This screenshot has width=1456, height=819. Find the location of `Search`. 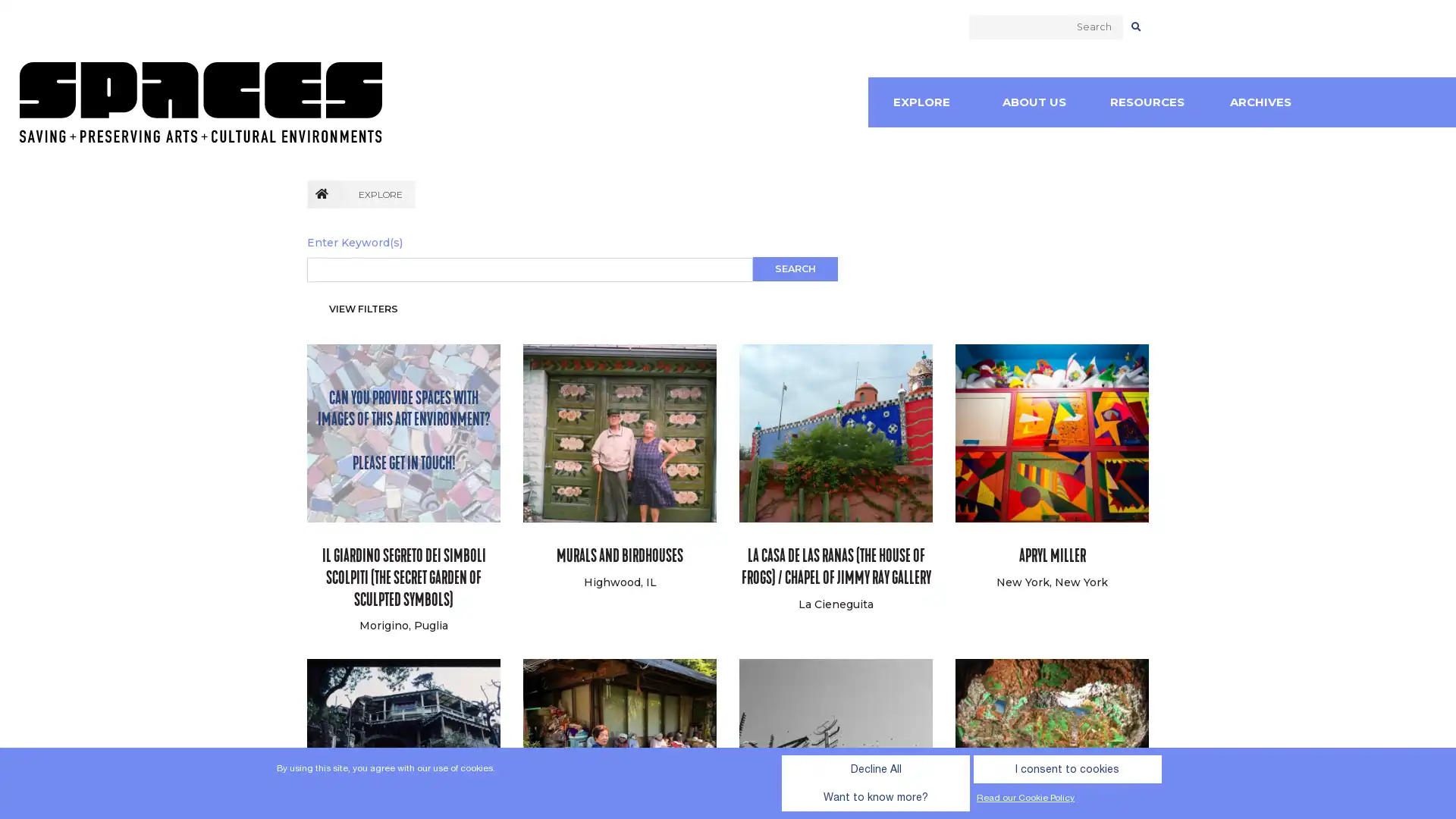

Search is located at coordinates (795, 268).